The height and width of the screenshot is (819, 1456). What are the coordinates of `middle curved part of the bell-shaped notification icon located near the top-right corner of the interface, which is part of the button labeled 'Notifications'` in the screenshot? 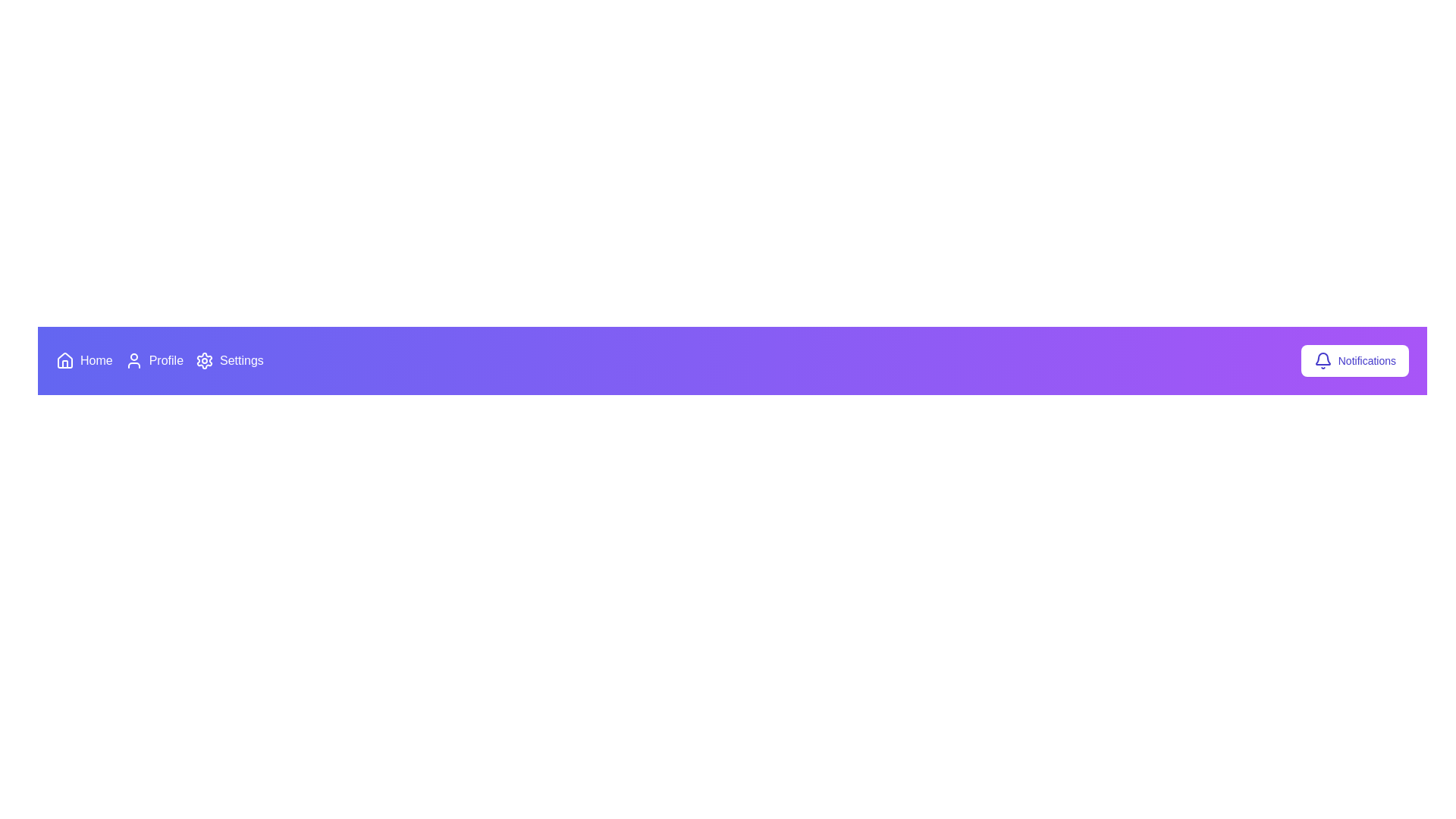 It's located at (1322, 359).